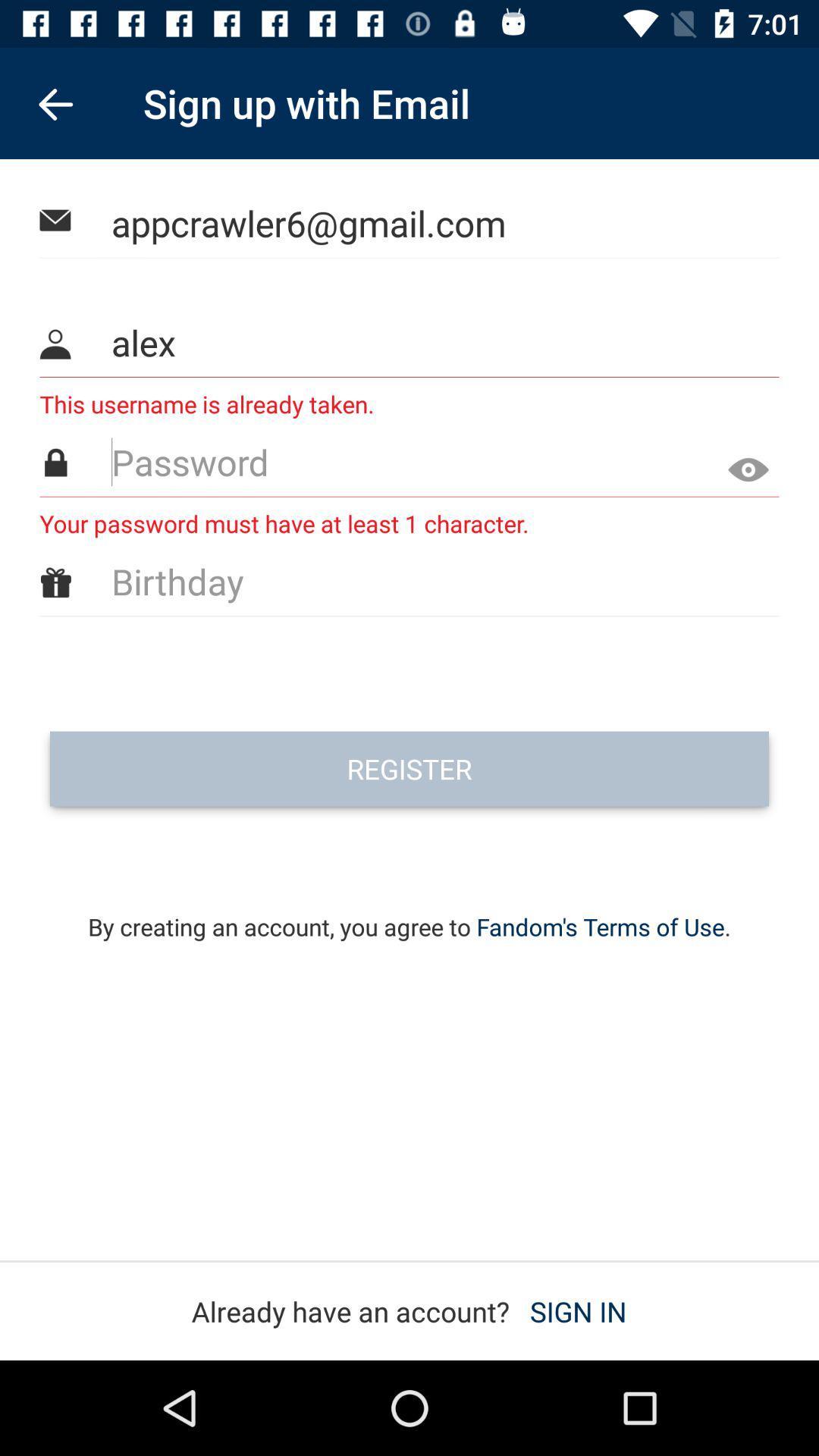  What do you see at coordinates (408, 1310) in the screenshot?
I see `the already have an icon` at bounding box center [408, 1310].